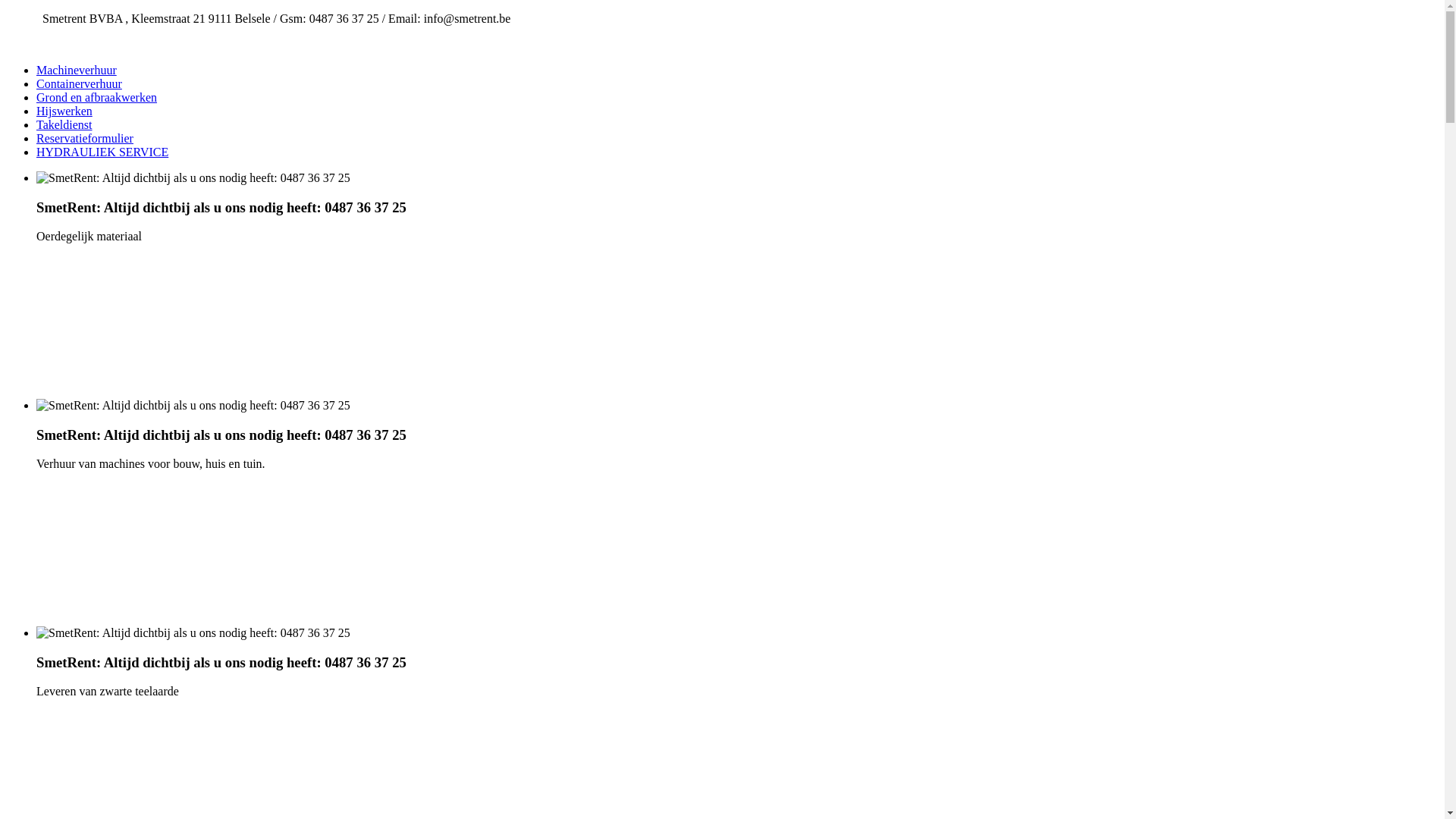 This screenshot has width=1456, height=819. Describe the element at coordinates (36, 124) in the screenshot. I see `'Takeldienst'` at that location.